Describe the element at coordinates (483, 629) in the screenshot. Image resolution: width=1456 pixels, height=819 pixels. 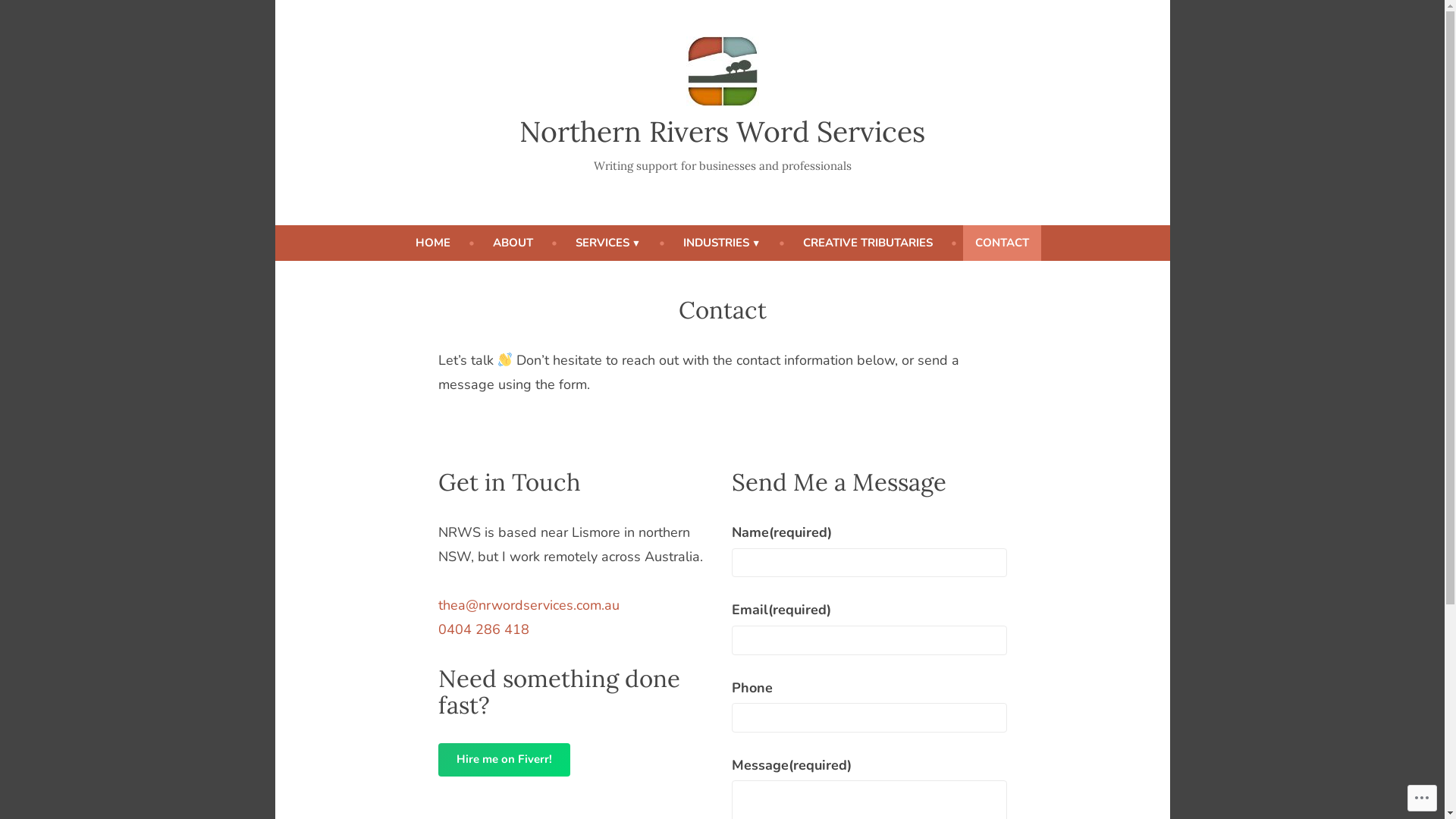
I see `'0404 286 418'` at that location.